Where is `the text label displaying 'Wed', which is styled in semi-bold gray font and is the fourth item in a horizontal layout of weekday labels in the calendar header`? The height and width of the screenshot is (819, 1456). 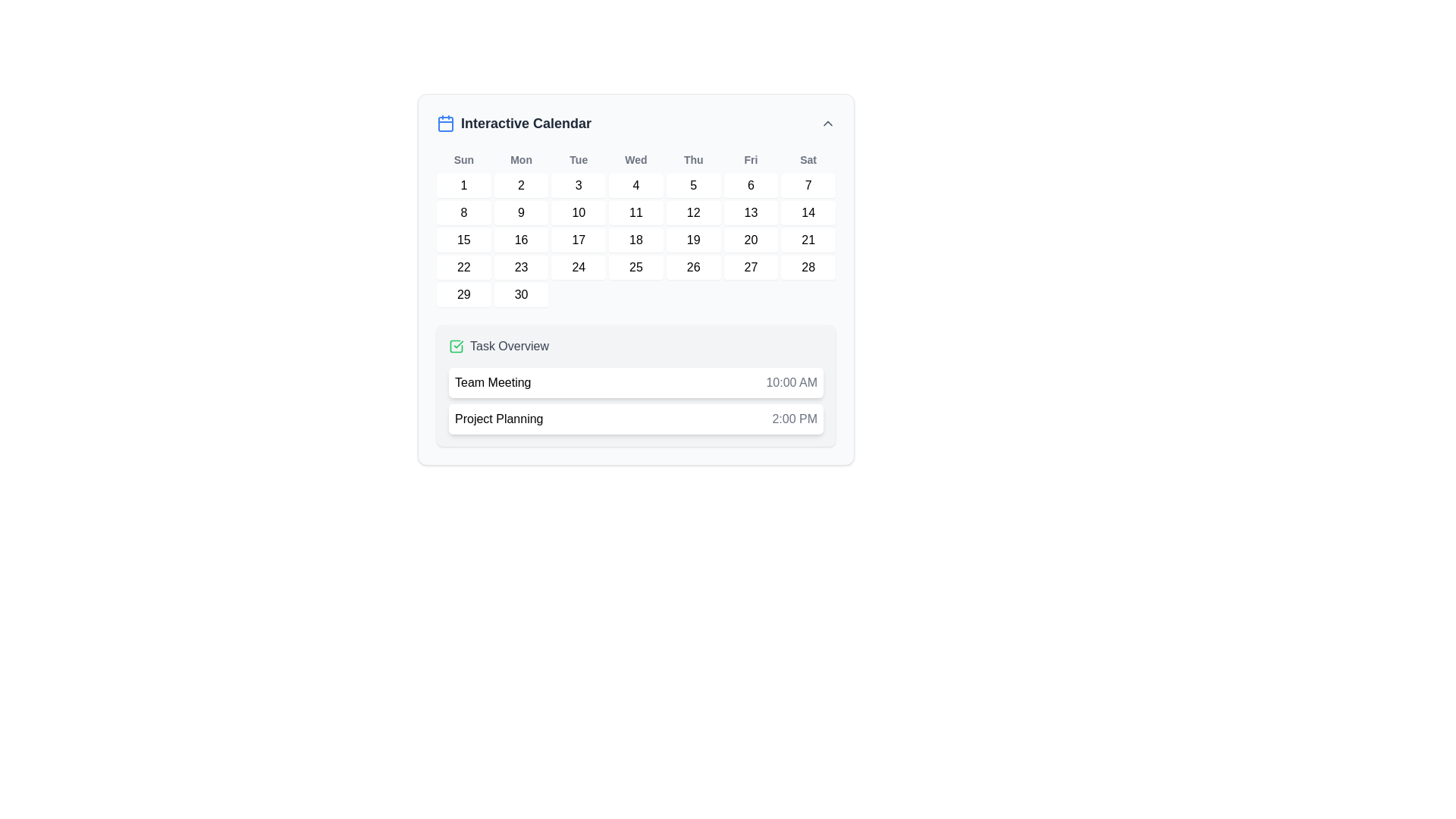
the text label displaying 'Wed', which is styled in semi-bold gray font and is the fourth item in a horizontal layout of weekday labels in the calendar header is located at coordinates (636, 160).